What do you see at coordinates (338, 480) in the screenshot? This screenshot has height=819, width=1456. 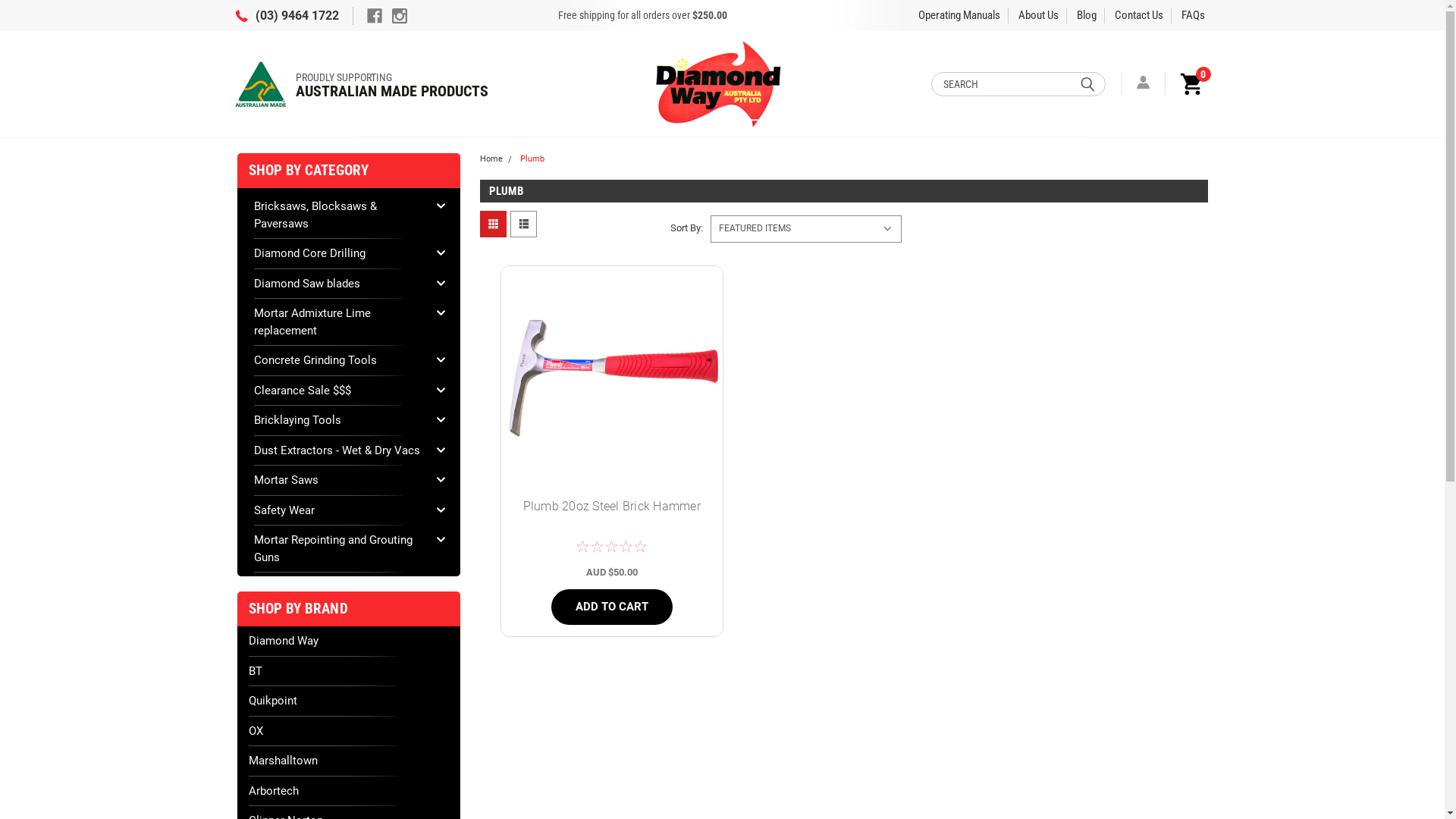 I see `'Mortar Saws'` at bounding box center [338, 480].